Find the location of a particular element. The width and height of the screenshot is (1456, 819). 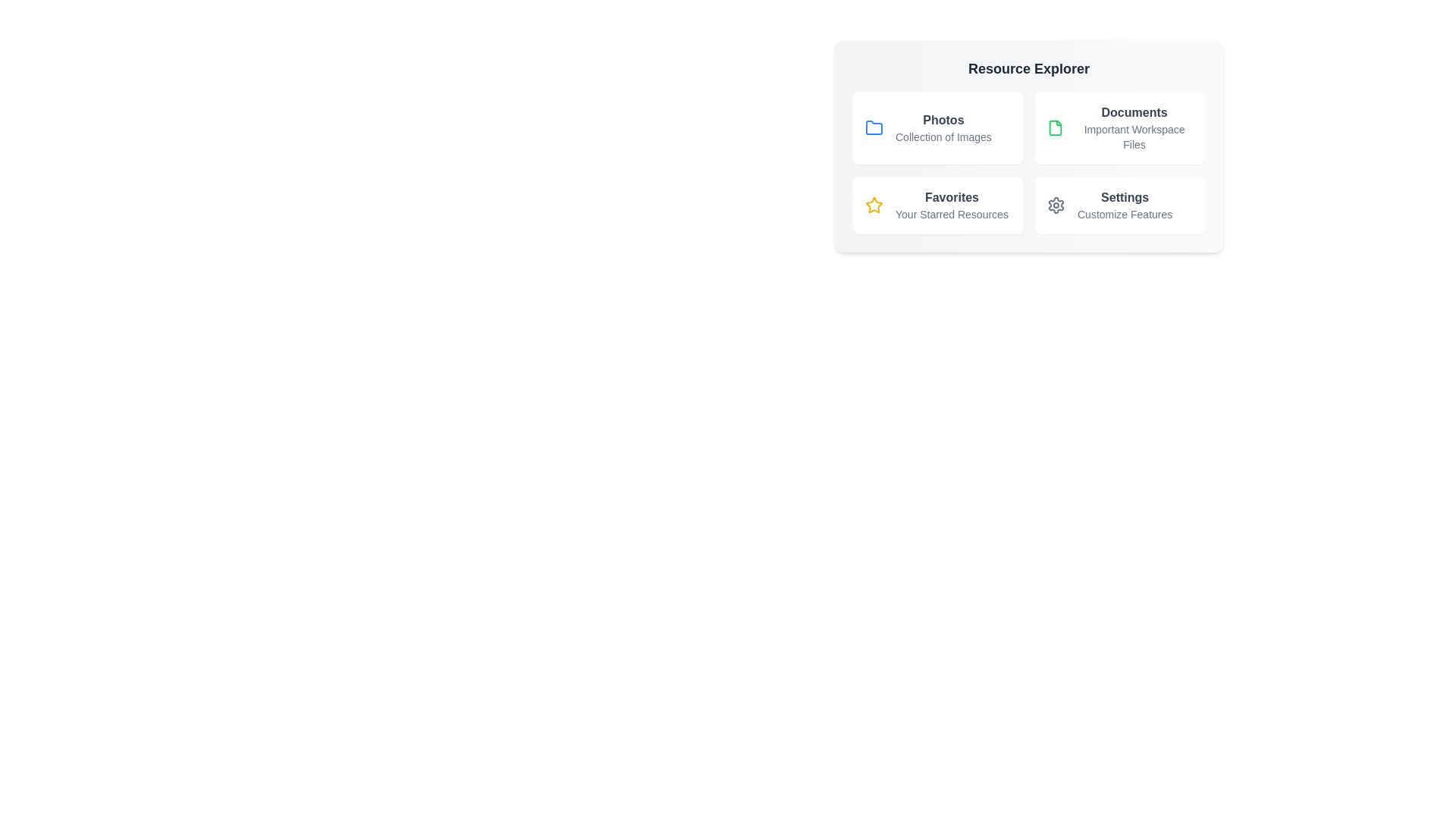

the Documents item to reveal additional details or effects is located at coordinates (1120, 127).